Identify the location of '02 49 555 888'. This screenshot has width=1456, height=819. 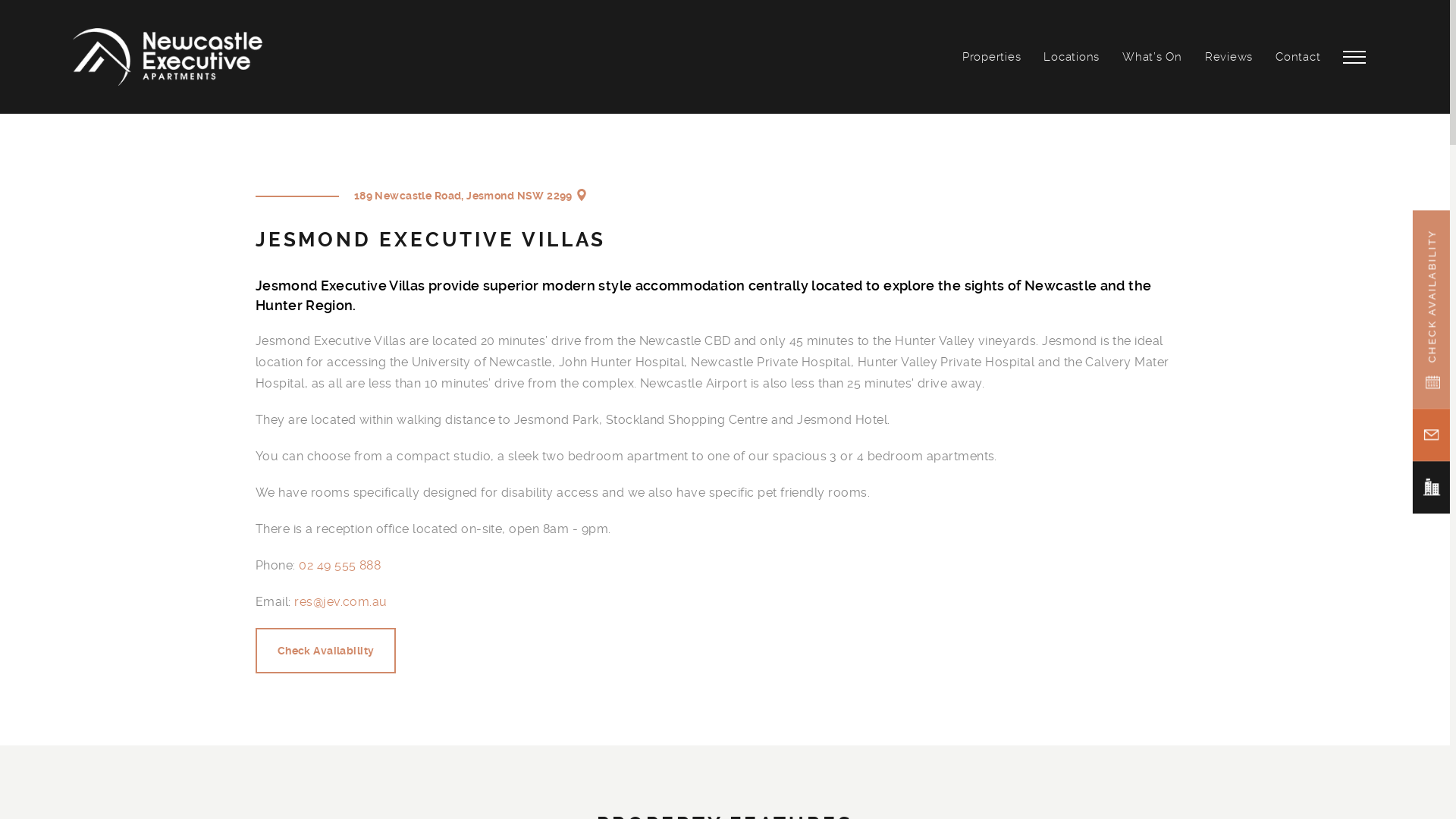
(298, 565).